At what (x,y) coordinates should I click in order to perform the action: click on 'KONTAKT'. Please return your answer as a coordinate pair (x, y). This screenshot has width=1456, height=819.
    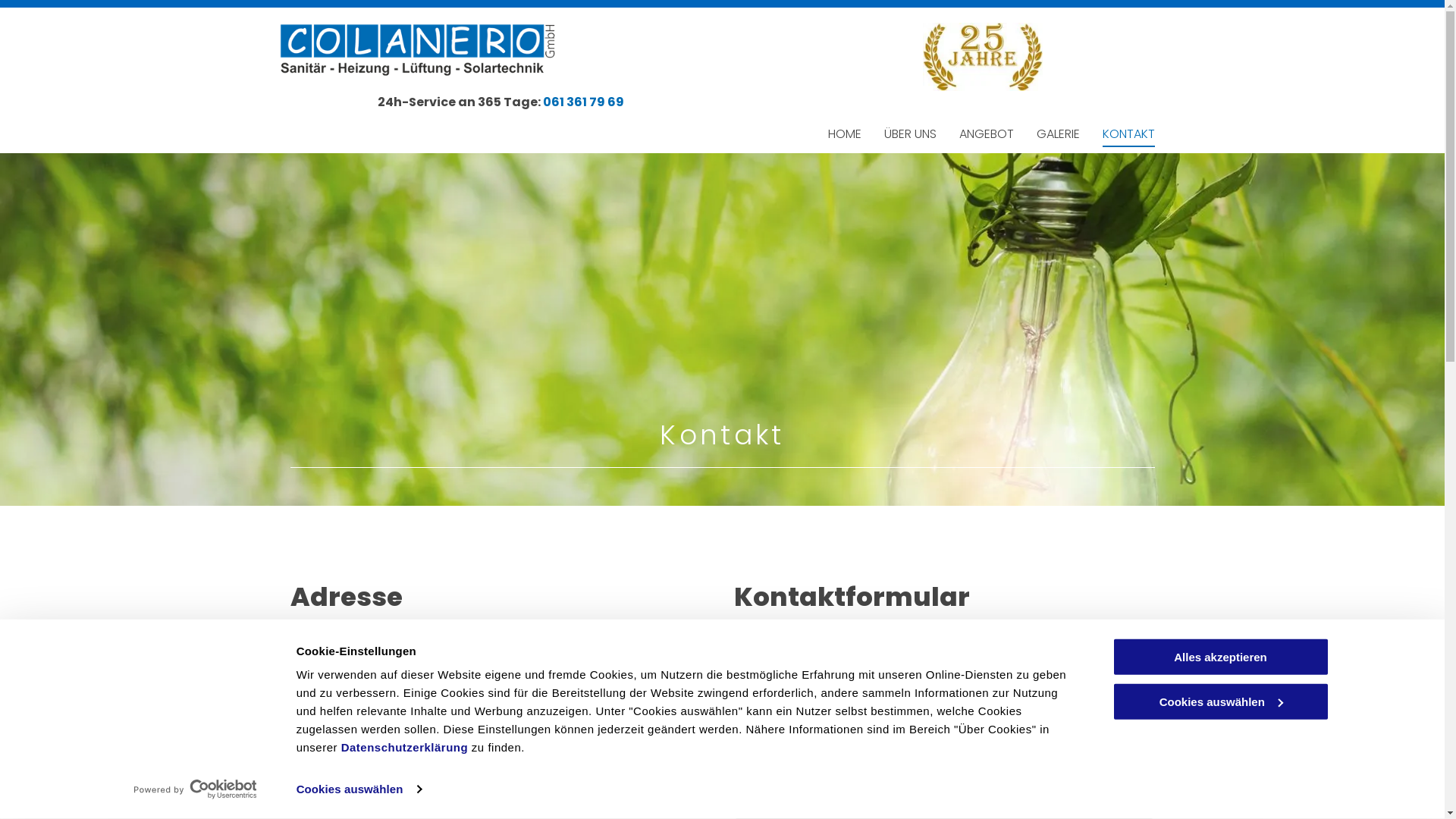
    Looking at the image, I should click on (1128, 133).